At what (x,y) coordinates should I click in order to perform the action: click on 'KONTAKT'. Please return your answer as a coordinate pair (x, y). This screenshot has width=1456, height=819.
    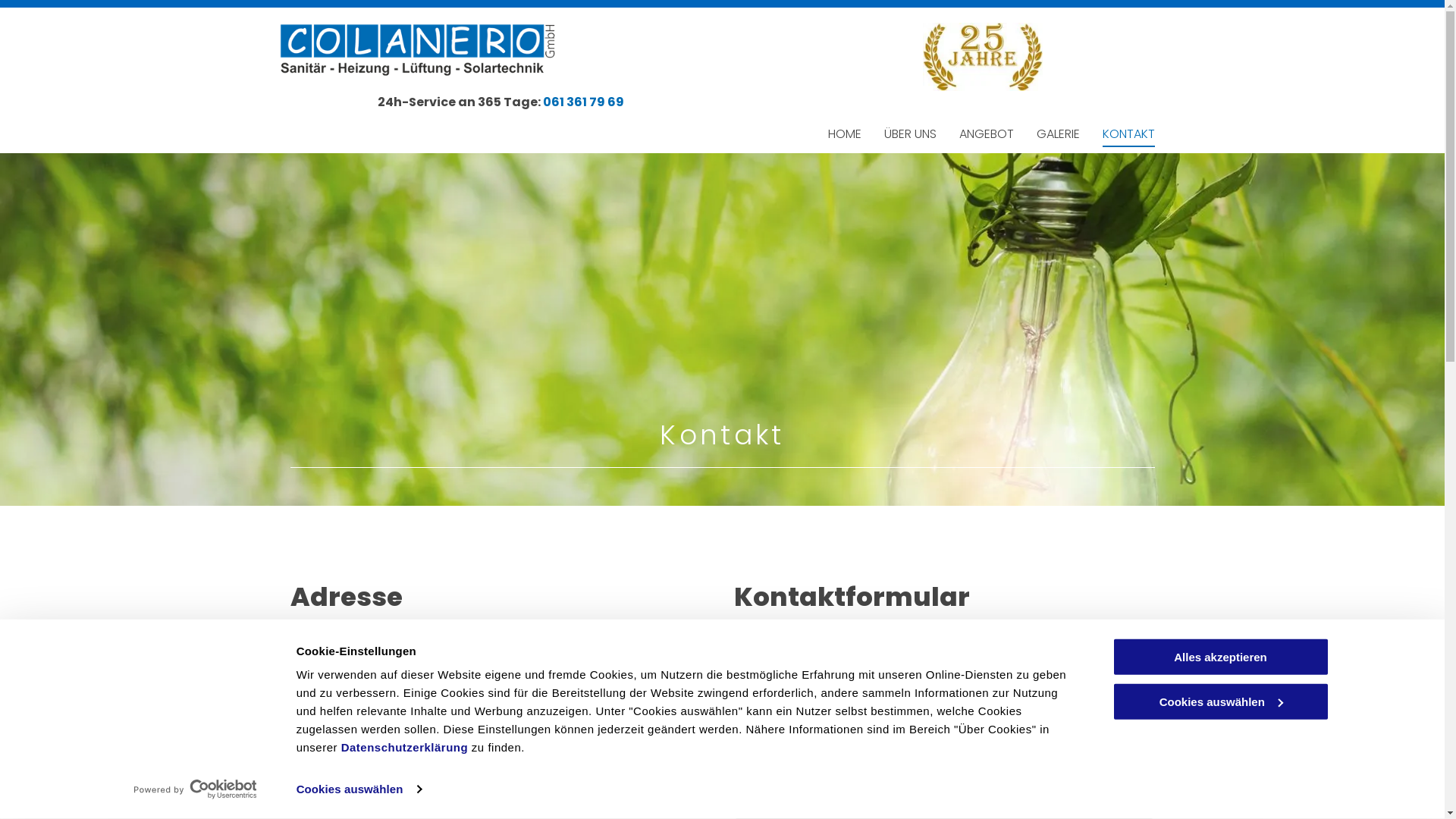
    Looking at the image, I should click on (1128, 133).